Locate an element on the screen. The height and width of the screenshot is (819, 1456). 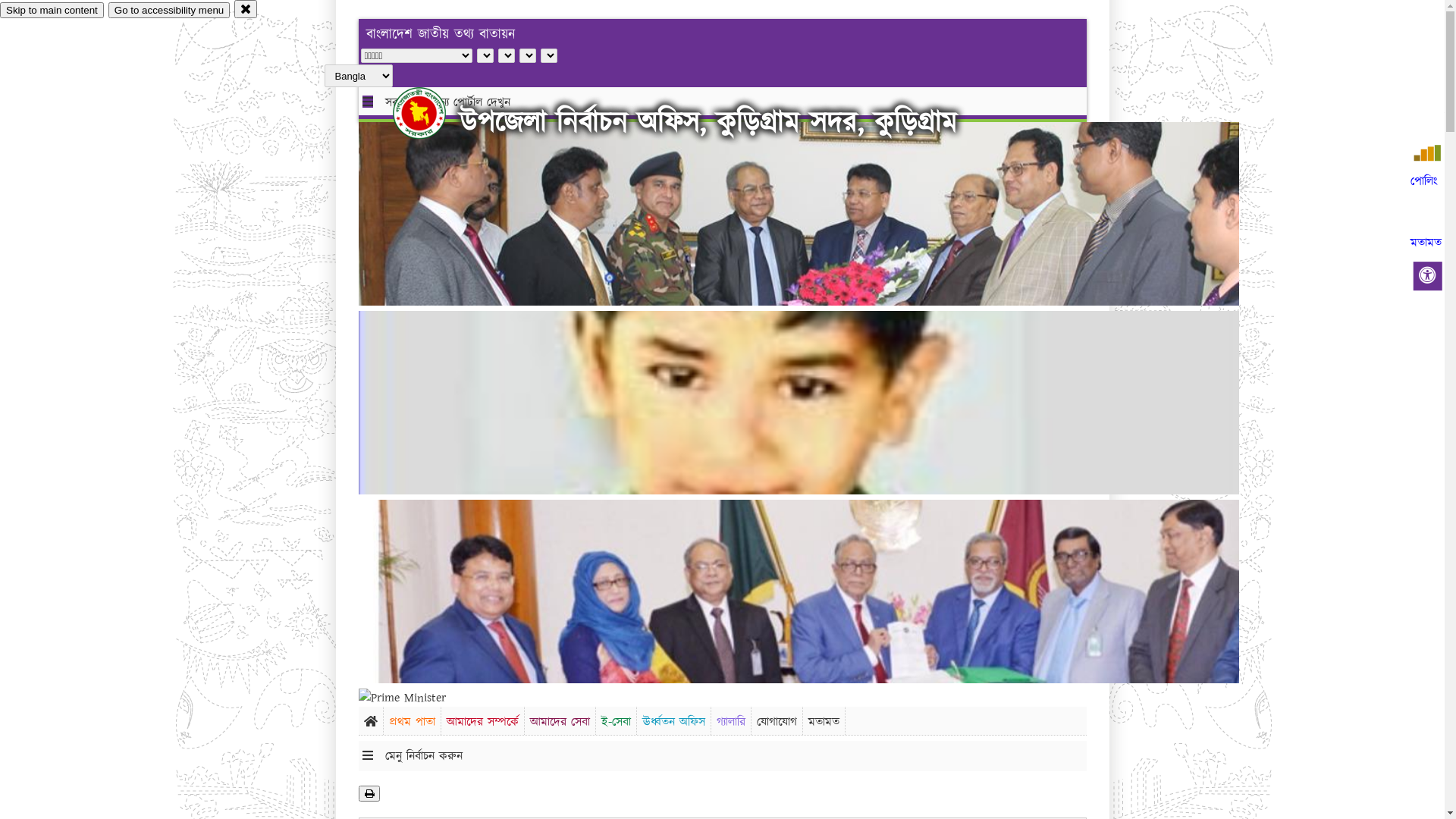
'Skip to main content' is located at coordinates (52, 10).